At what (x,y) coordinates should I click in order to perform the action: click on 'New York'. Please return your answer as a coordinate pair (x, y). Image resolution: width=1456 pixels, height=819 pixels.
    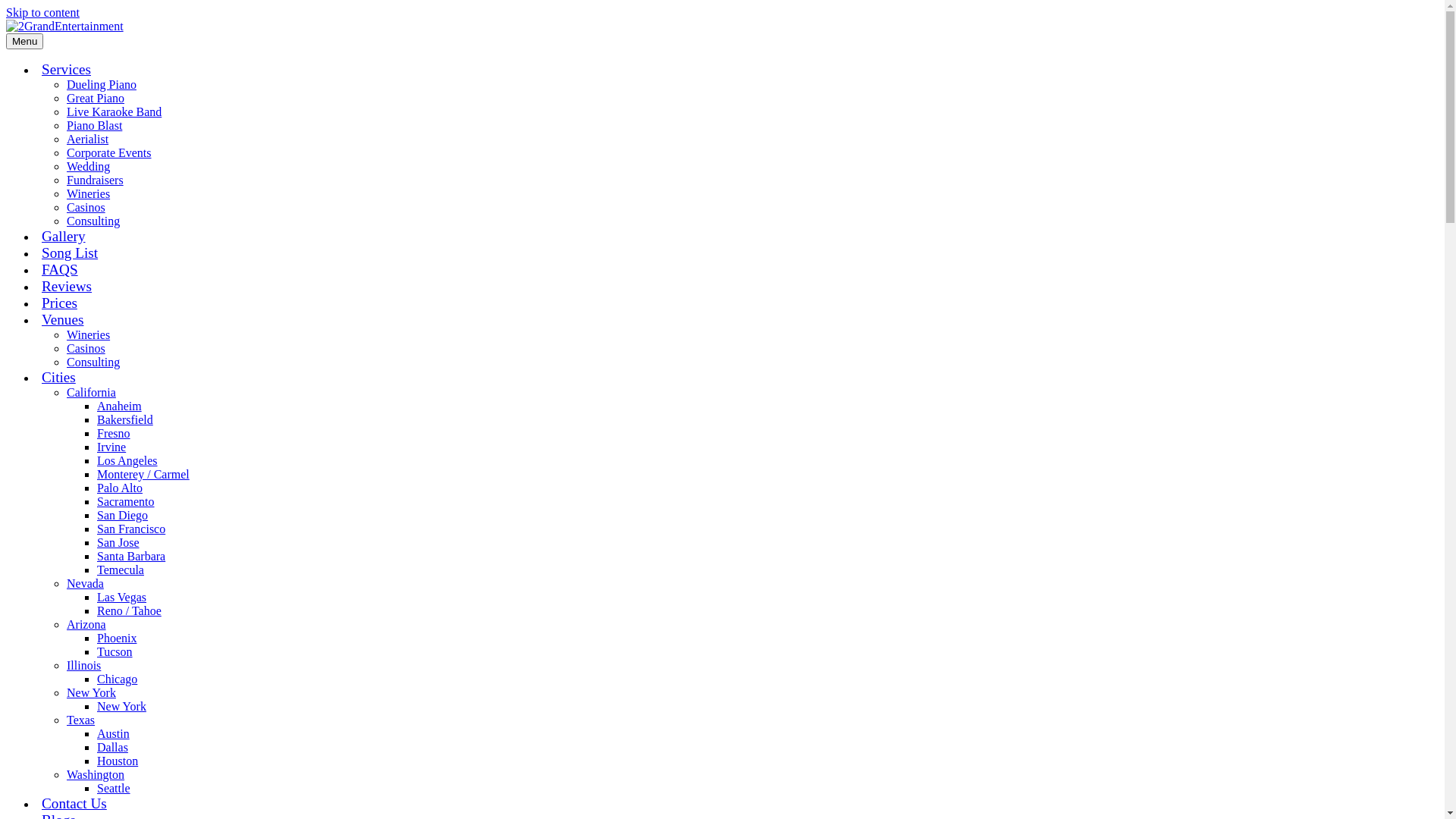
    Looking at the image, I should click on (90, 692).